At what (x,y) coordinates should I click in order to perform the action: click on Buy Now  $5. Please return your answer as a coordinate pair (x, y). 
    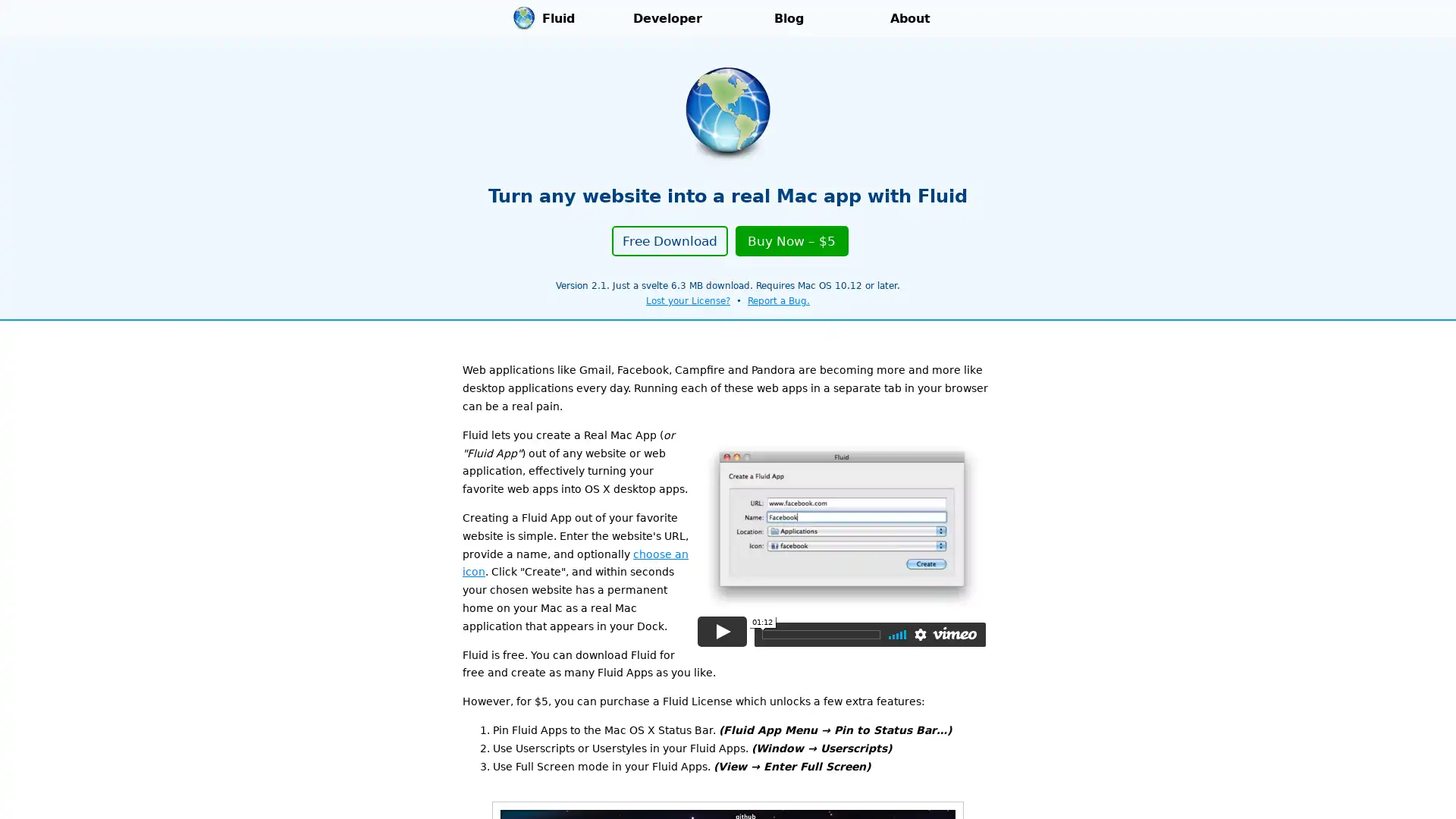
    Looking at the image, I should click on (790, 239).